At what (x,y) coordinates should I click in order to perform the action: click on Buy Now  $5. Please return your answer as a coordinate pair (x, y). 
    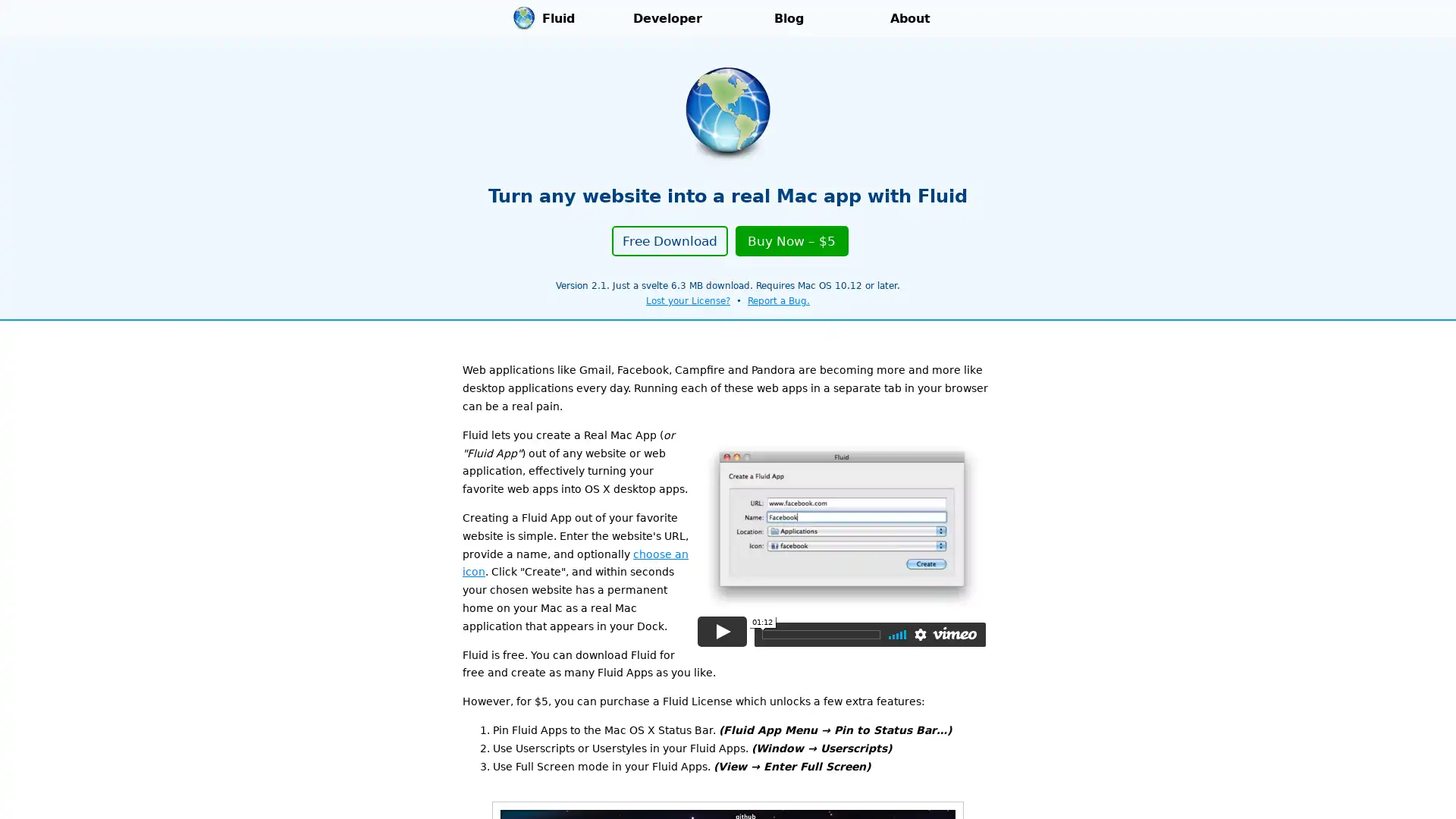
    Looking at the image, I should click on (790, 239).